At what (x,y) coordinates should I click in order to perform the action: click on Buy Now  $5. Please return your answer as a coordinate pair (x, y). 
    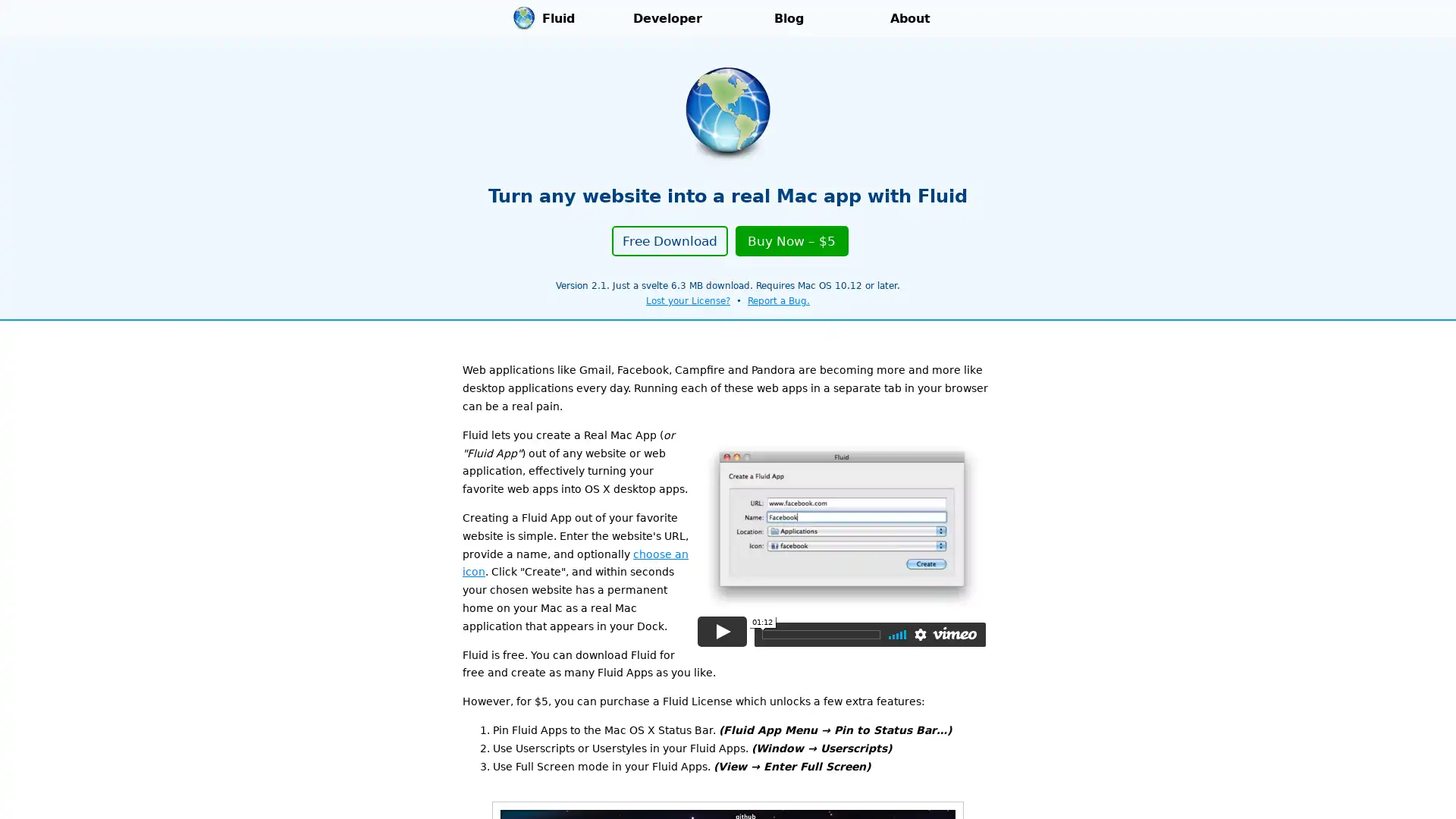
    Looking at the image, I should click on (790, 239).